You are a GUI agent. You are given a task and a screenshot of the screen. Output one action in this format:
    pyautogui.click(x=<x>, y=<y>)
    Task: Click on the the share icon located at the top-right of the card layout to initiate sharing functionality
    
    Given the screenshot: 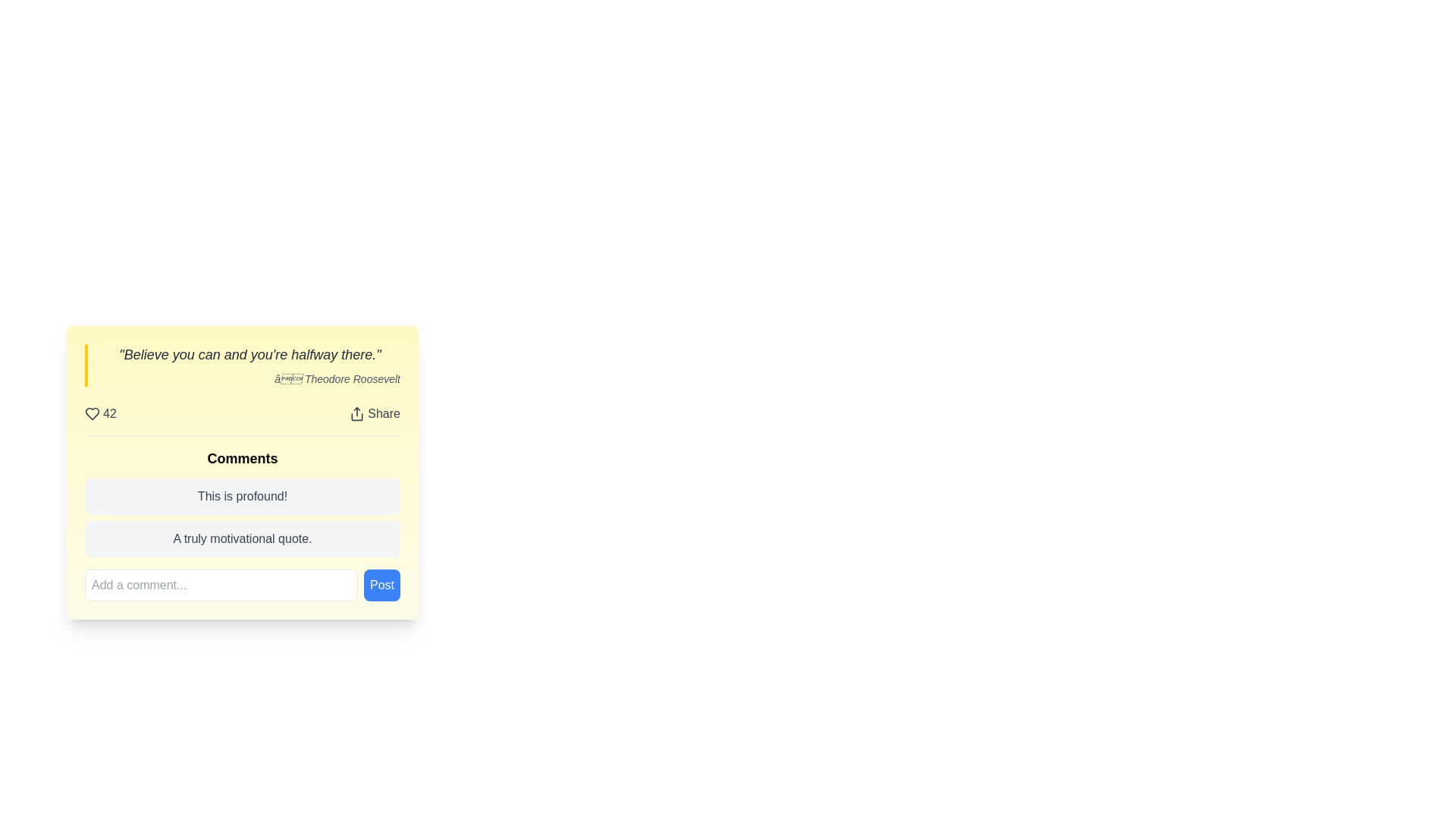 What is the action you would take?
    pyautogui.click(x=356, y=414)
    